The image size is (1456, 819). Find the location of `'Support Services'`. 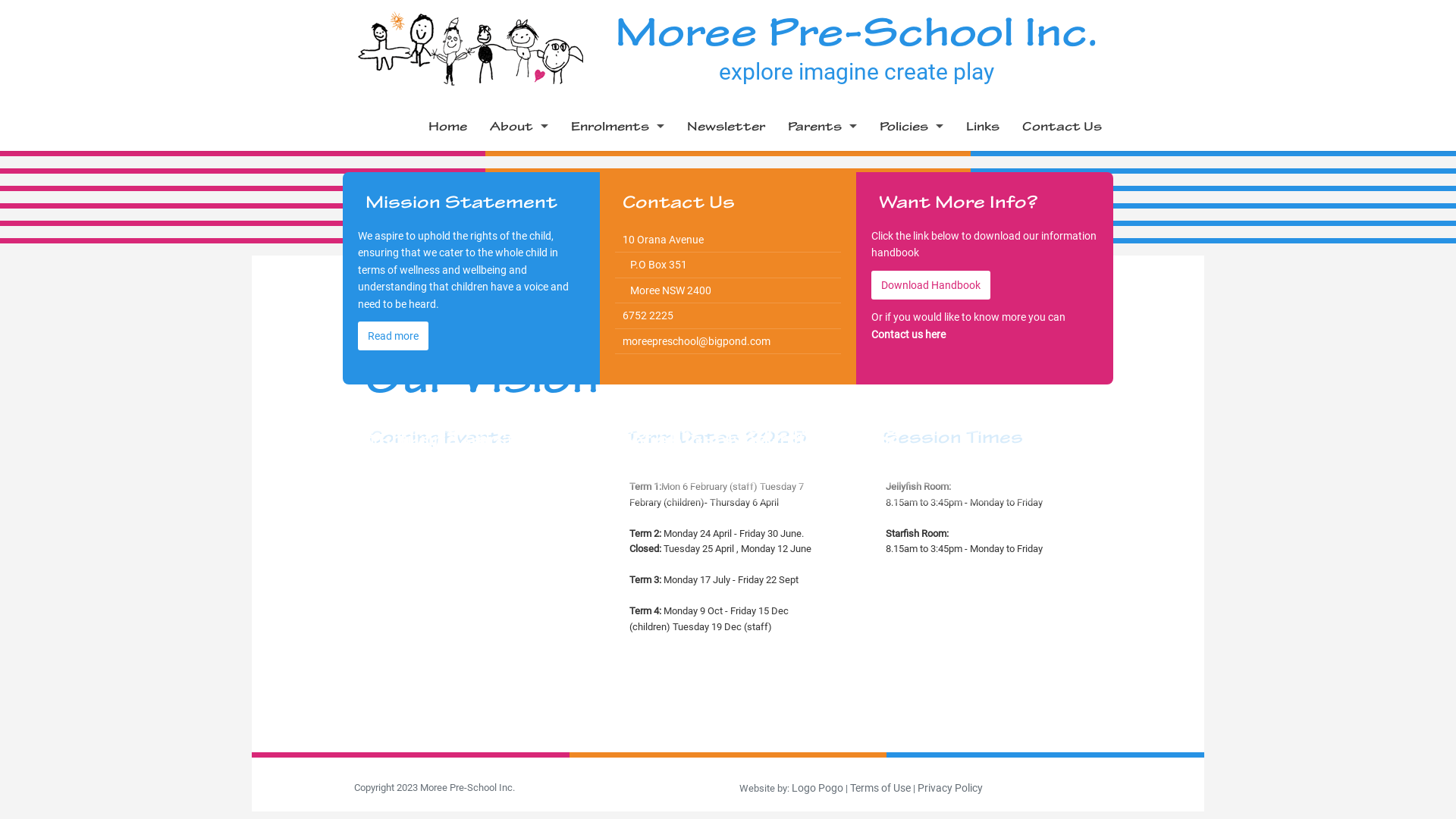

'Support Services' is located at coordinates (477, 297).